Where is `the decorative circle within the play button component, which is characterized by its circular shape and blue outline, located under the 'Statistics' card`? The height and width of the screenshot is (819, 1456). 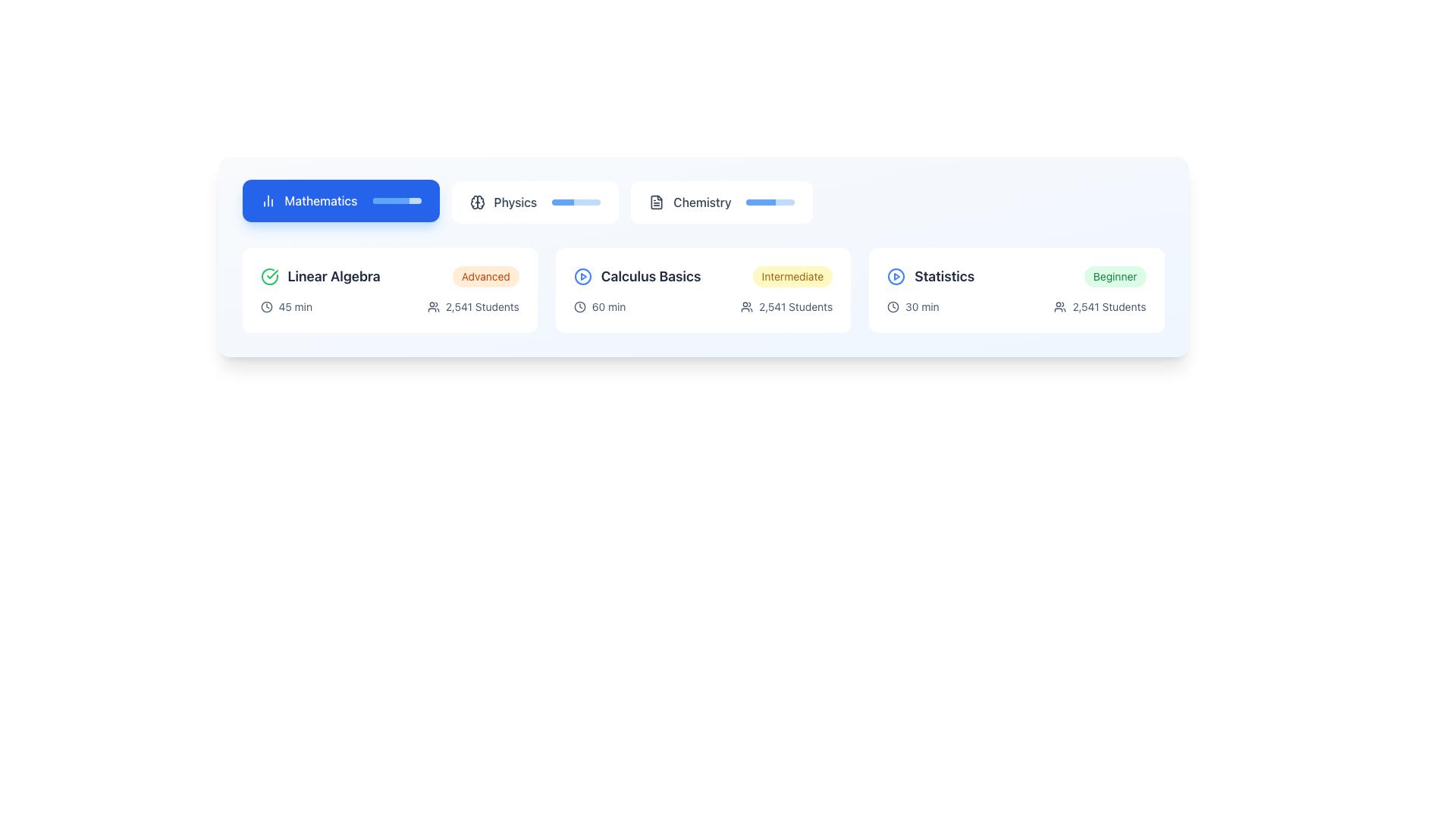 the decorative circle within the play button component, which is characterized by its circular shape and blue outline, located under the 'Statistics' card is located at coordinates (582, 277).